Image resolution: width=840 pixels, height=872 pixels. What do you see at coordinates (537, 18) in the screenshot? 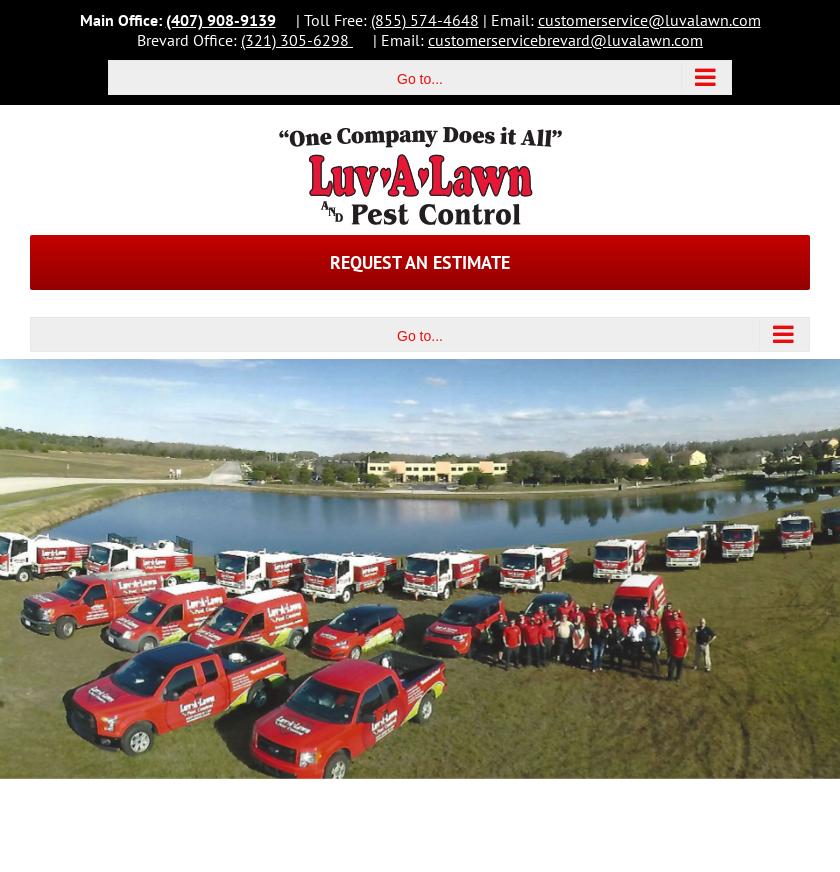
I see `'customerservice@luvalawn.com'` at bounding box center [537, 18].